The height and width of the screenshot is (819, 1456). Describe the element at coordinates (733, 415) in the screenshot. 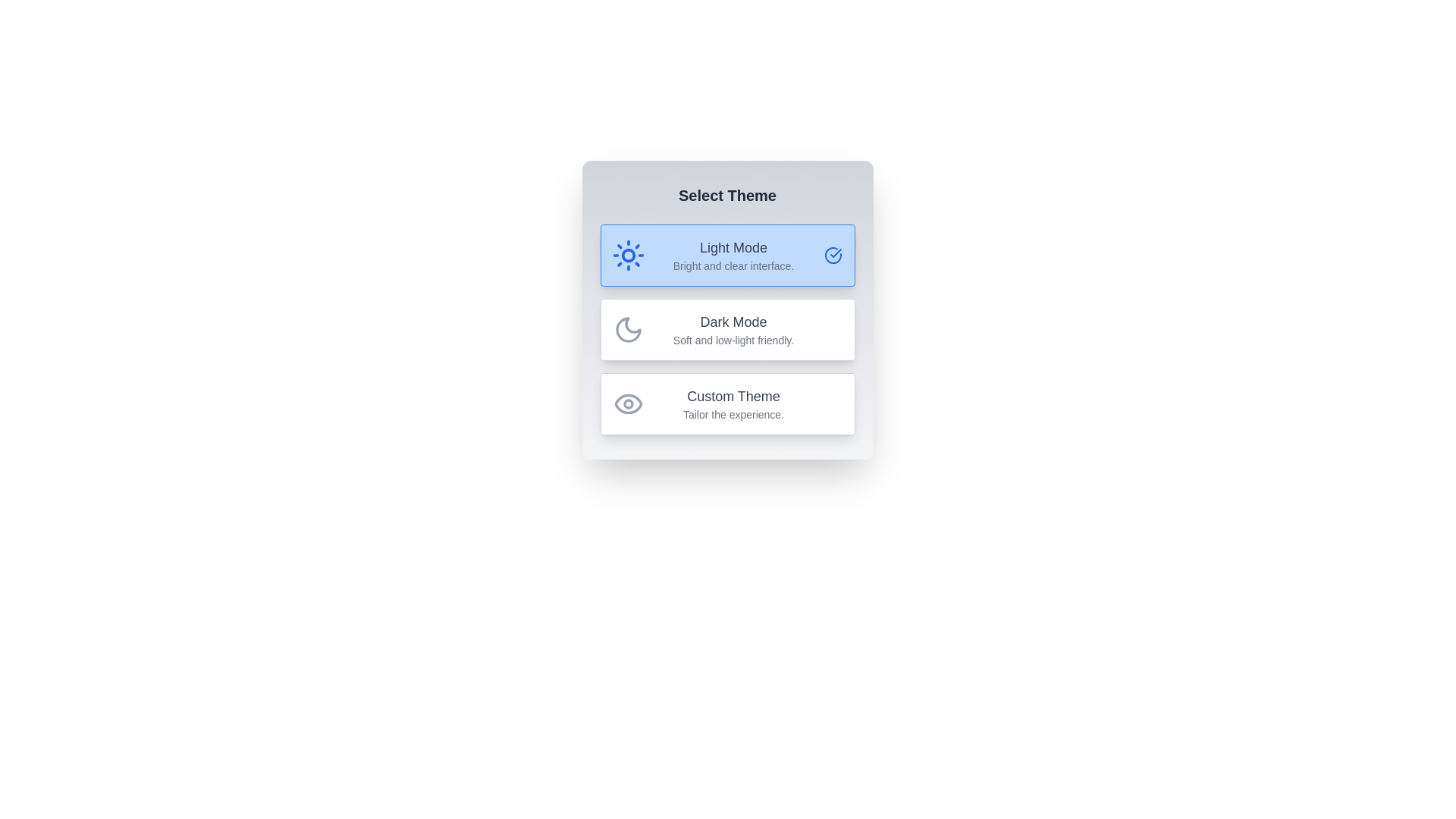

I see `text content of the descriptive label saying 'Tailor the experience.' located below the main heading 'Custom Theme'` at that location.